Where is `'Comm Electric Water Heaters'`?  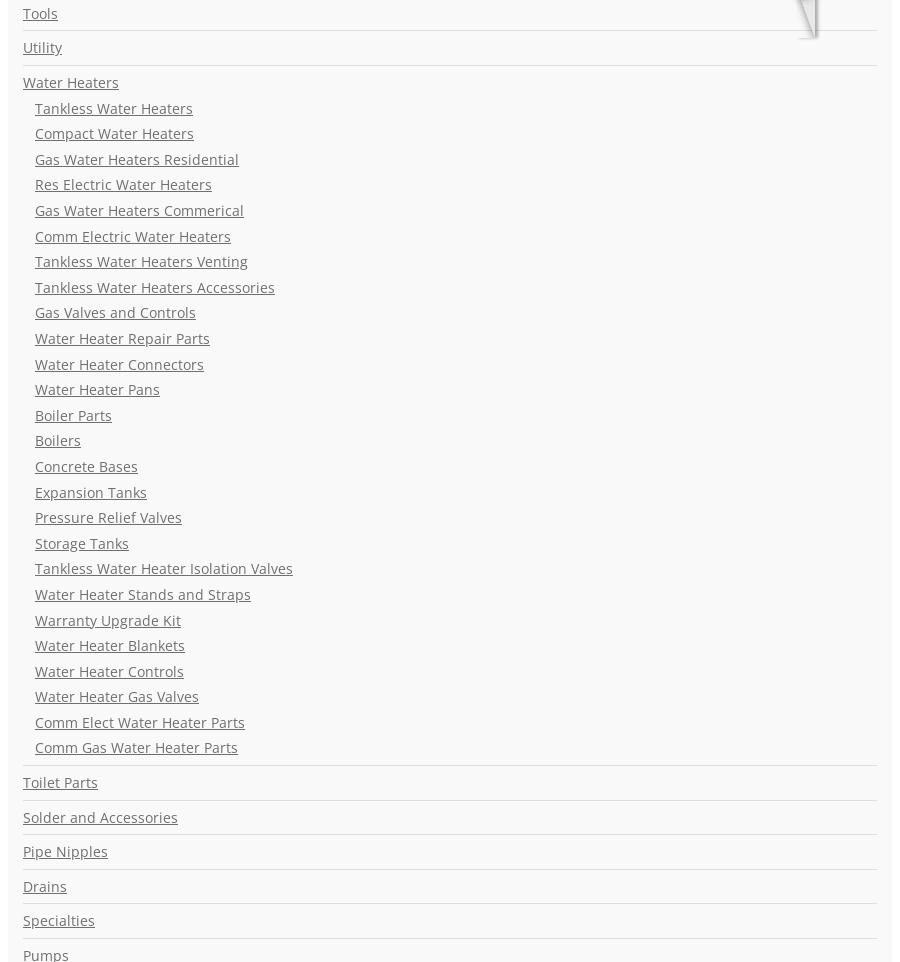
'Comm Electric Water Heaters' is located at coordinates (133, 234).